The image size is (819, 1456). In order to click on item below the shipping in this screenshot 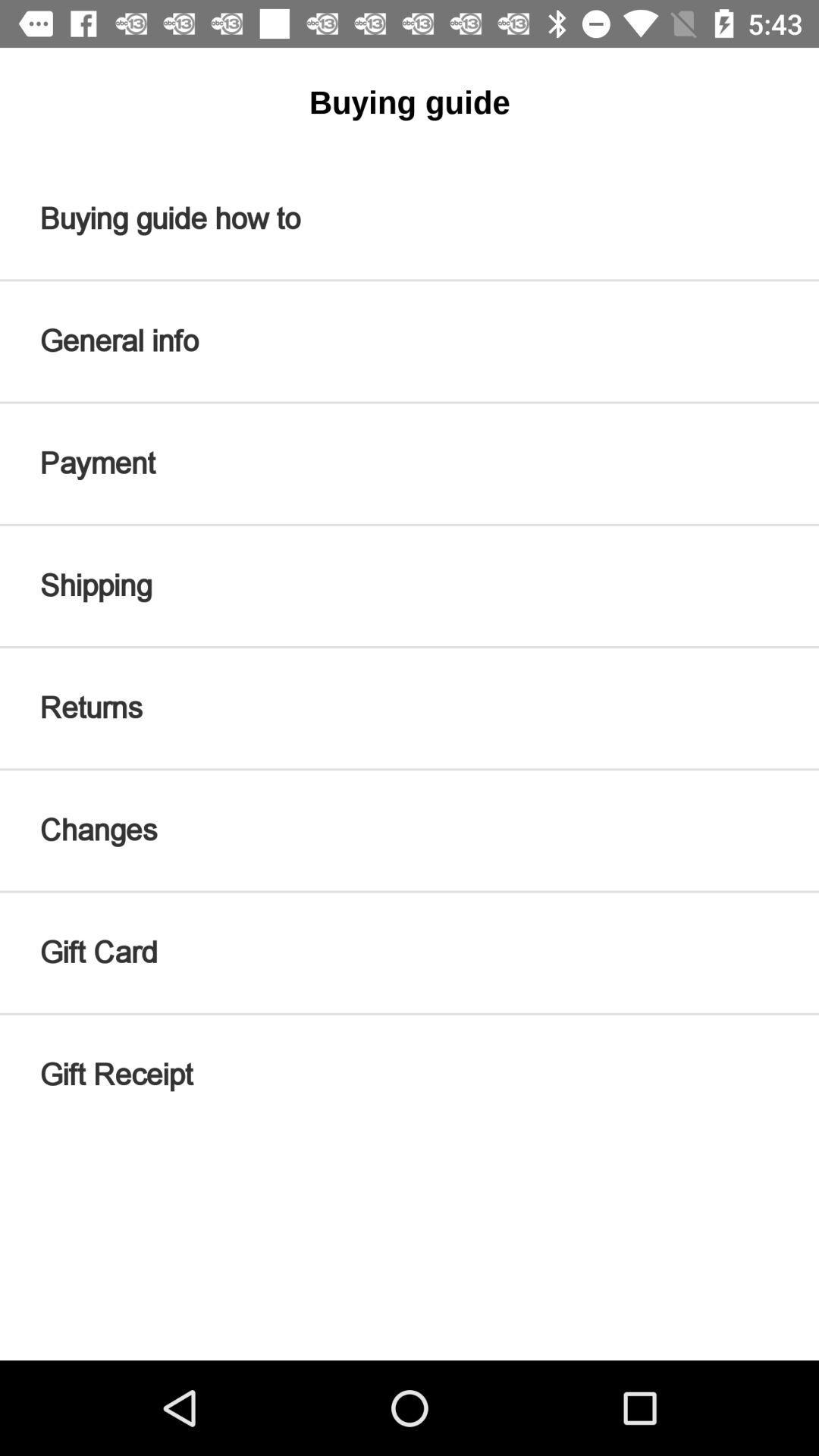, I will do `click(409, 708)`.